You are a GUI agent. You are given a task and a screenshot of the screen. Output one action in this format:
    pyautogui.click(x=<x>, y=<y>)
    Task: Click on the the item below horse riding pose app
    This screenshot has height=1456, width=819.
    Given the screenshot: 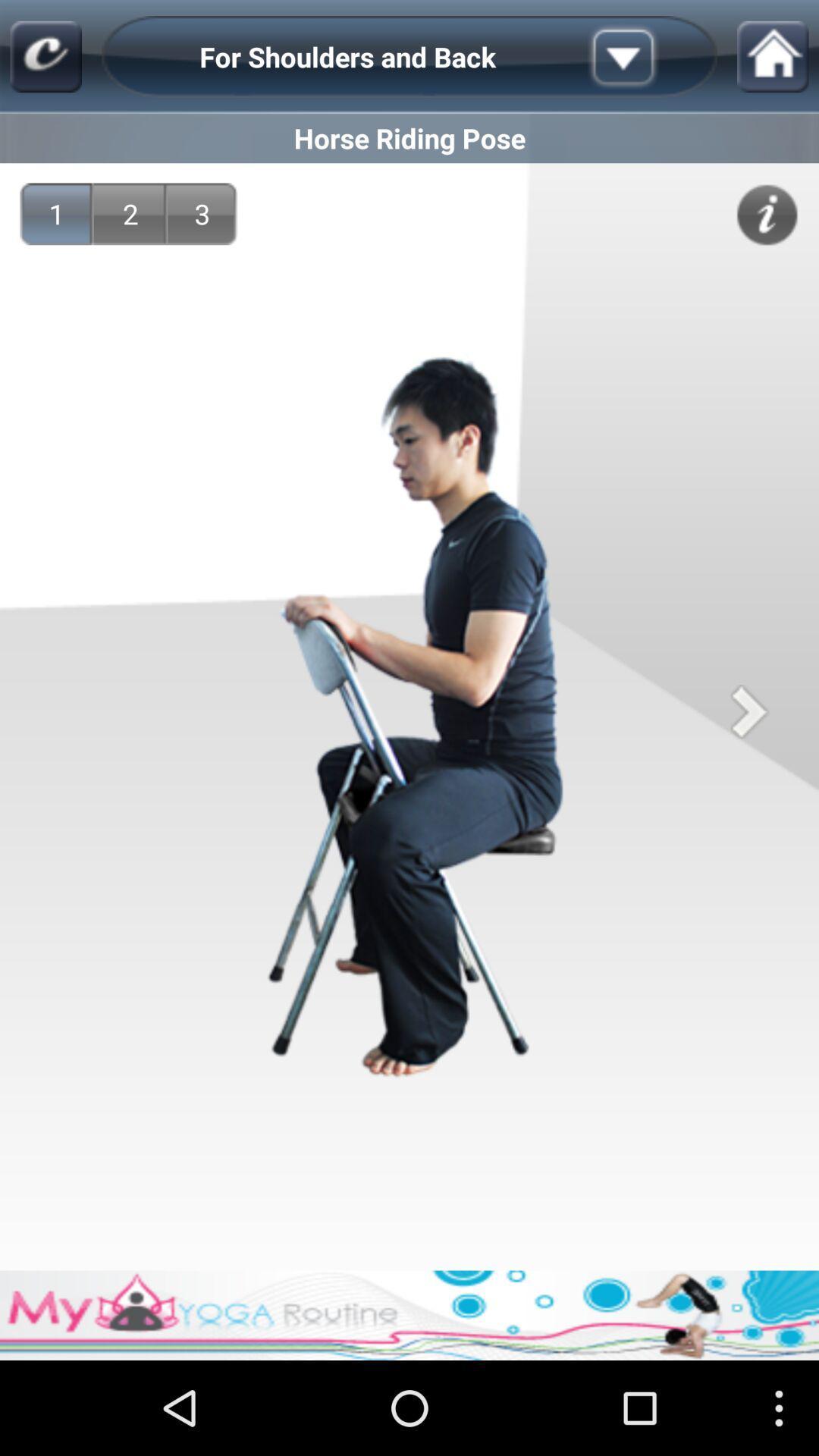 What is the action you would take?
    pyautogui.click(x=767, y=214)
    